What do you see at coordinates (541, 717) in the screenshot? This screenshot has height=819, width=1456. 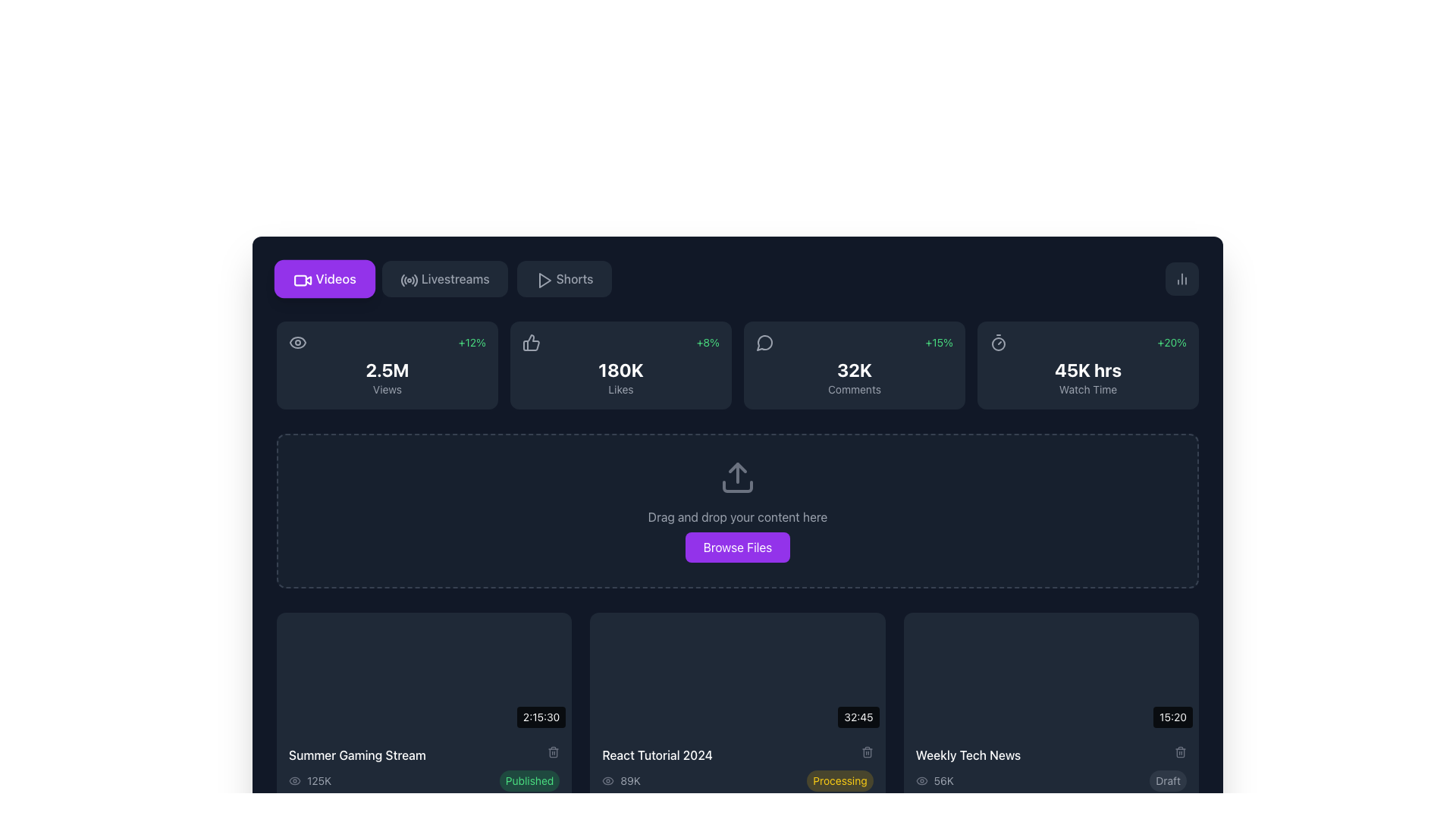 I see `the time label displaying '2:15:30', which is styled with a black background and white text, located at the bottom-right corner of a card in the grid layout` at bounding box center [541, 717].